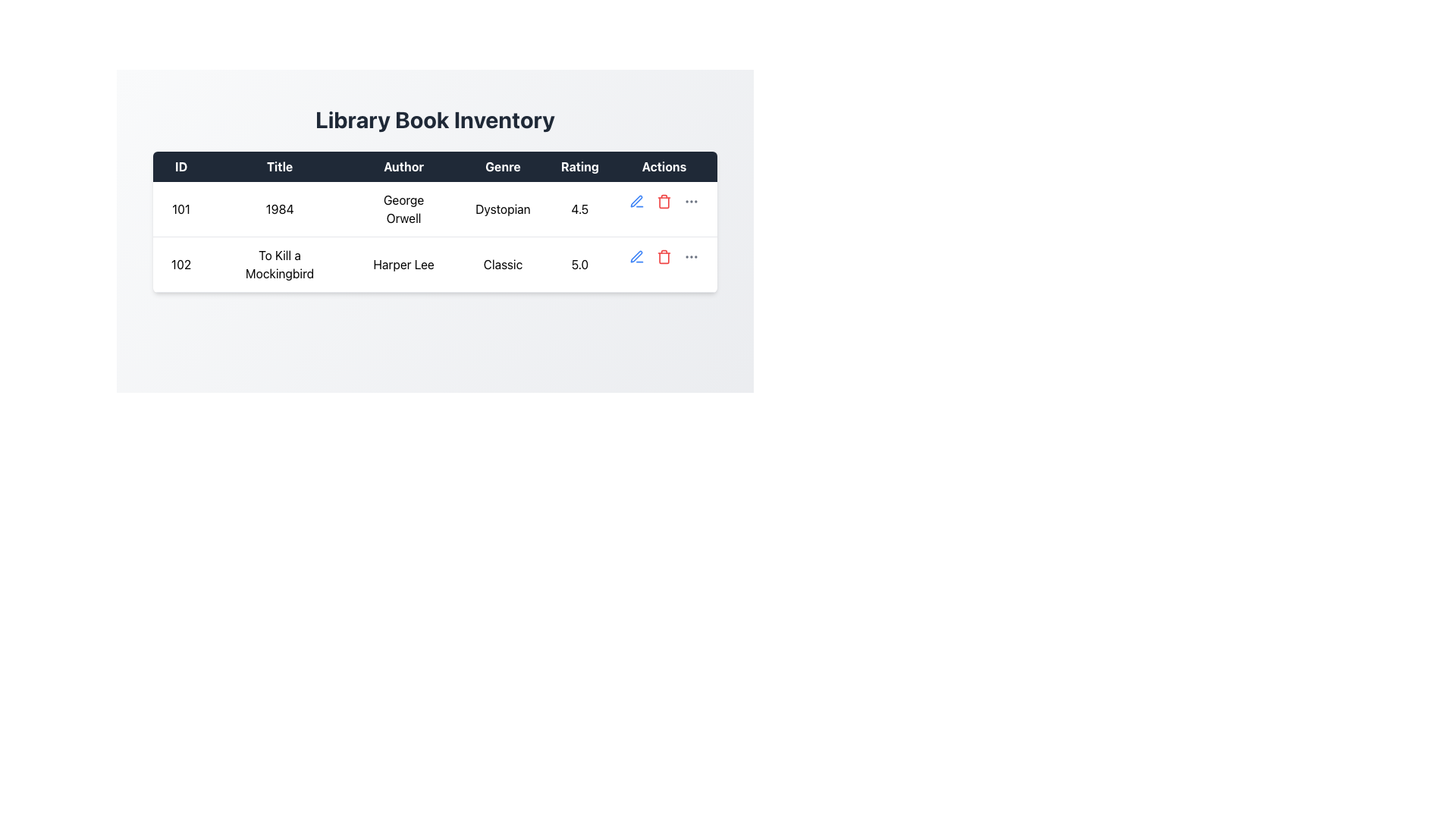 This screenshot has height=819, width=1456. What do you see at coordinates (636, 256) in the screenshot?
I see `the editing icon in the 'Actions' column of the first row in the 'Library Book Inventory' table` at bounding box center [636, 256].